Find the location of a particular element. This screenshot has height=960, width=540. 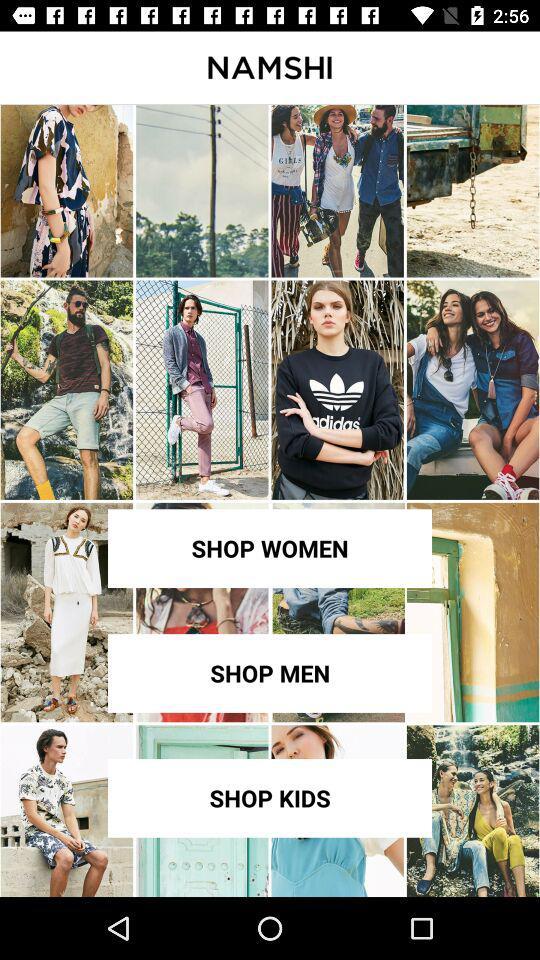

shop men icon is located at coordinates (270, 673).